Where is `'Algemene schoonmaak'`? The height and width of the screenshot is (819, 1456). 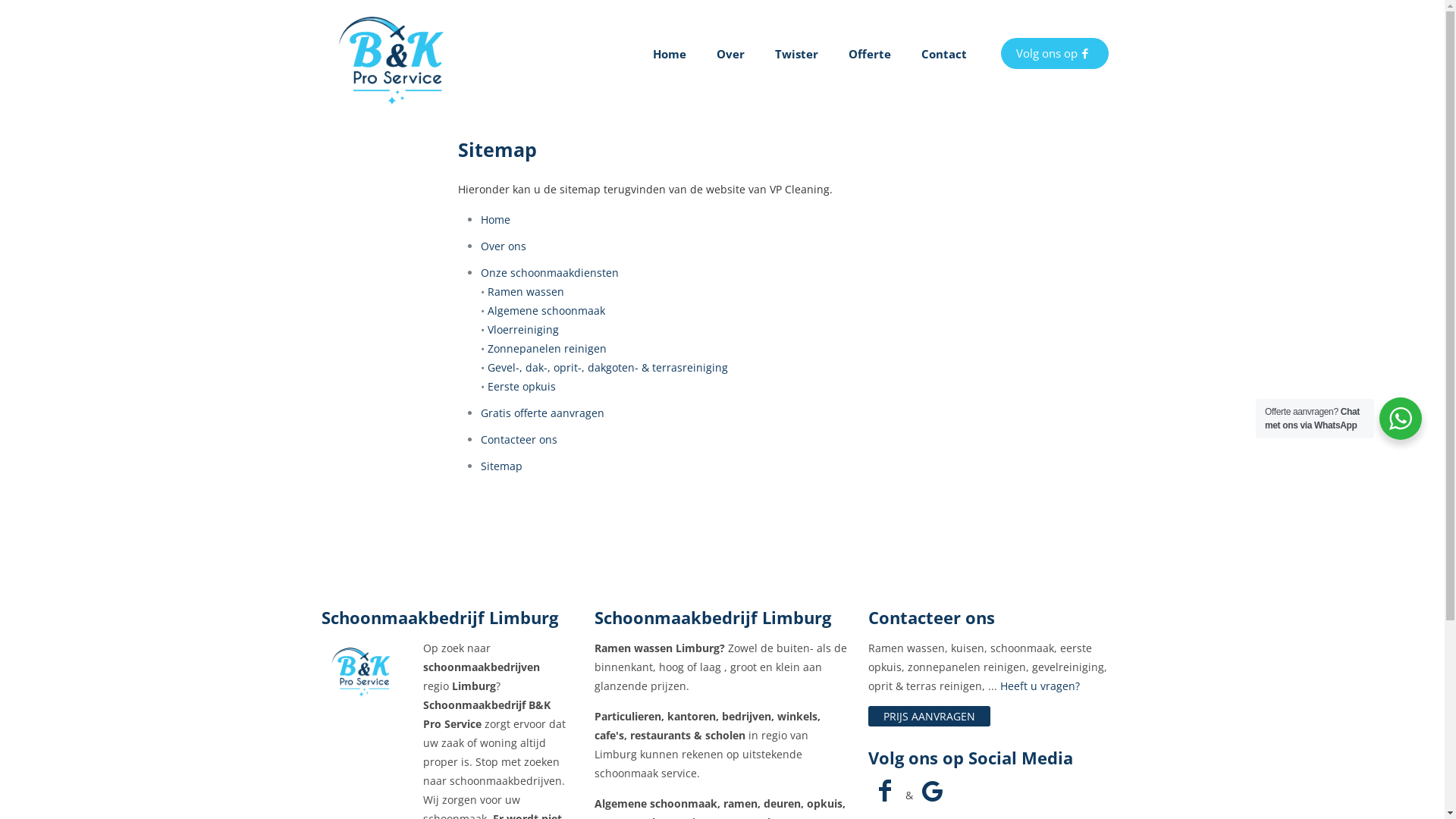
'Algemene schoonmaak' is located at coordinates (546, 309).